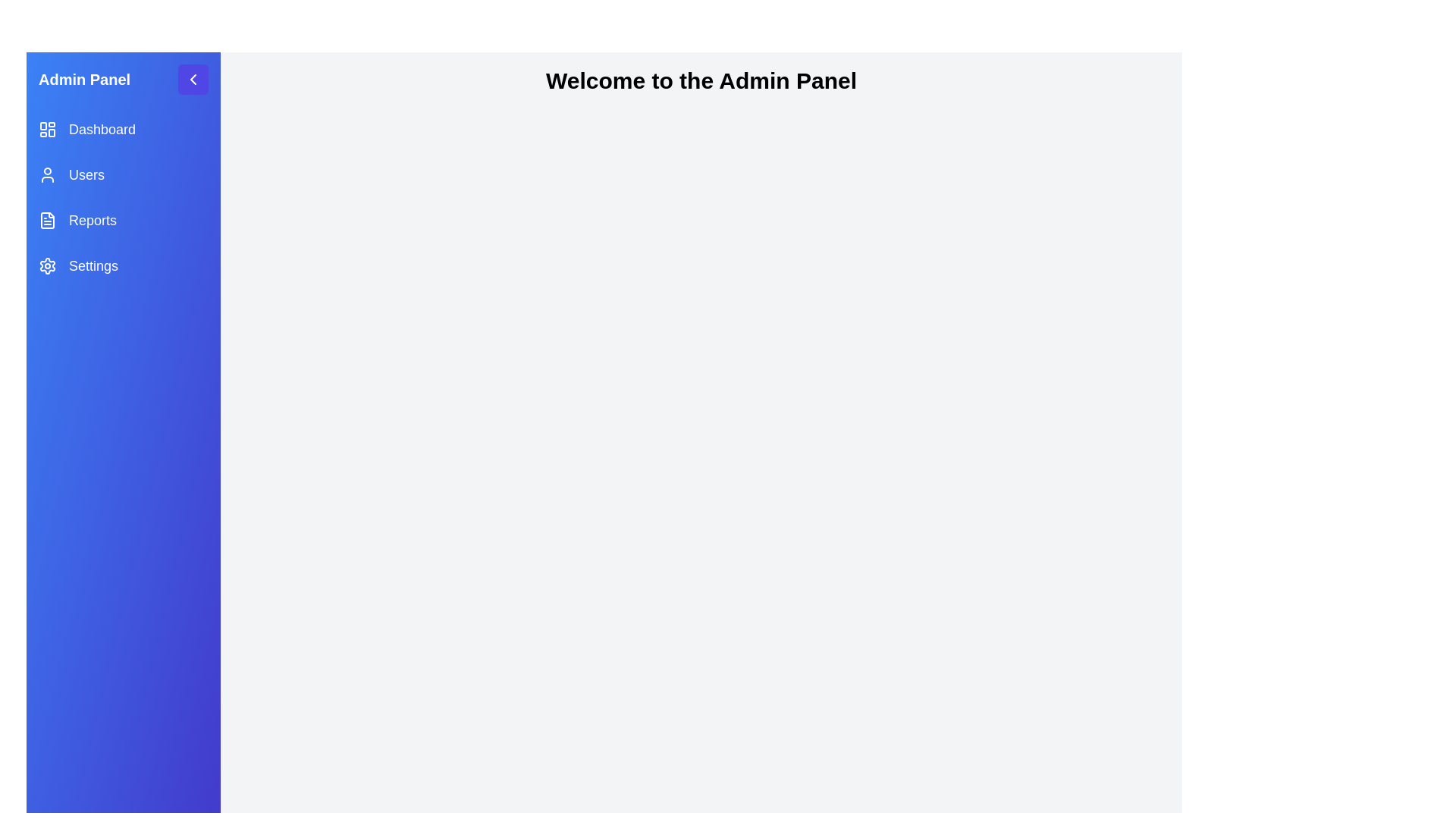  I want to click on the 'Admin Panel' header element which features a bold, large font and is accompanied by a purple rounded button with a left-pointing chevron icon, so click(124, 79).